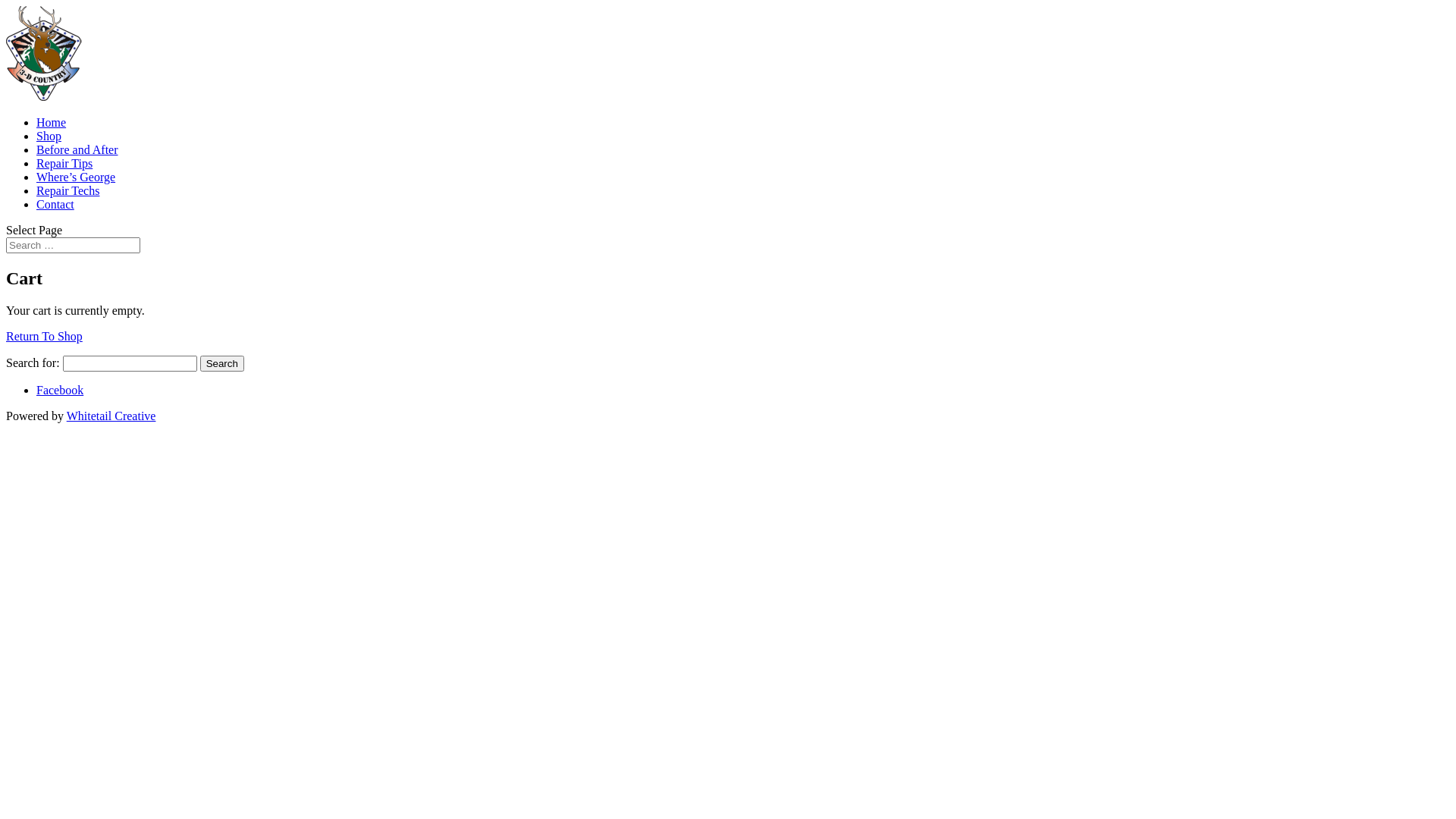  Describe the element at coordinates (64, 163) in the screenshot. I see `'Repair Tips'` at that location.